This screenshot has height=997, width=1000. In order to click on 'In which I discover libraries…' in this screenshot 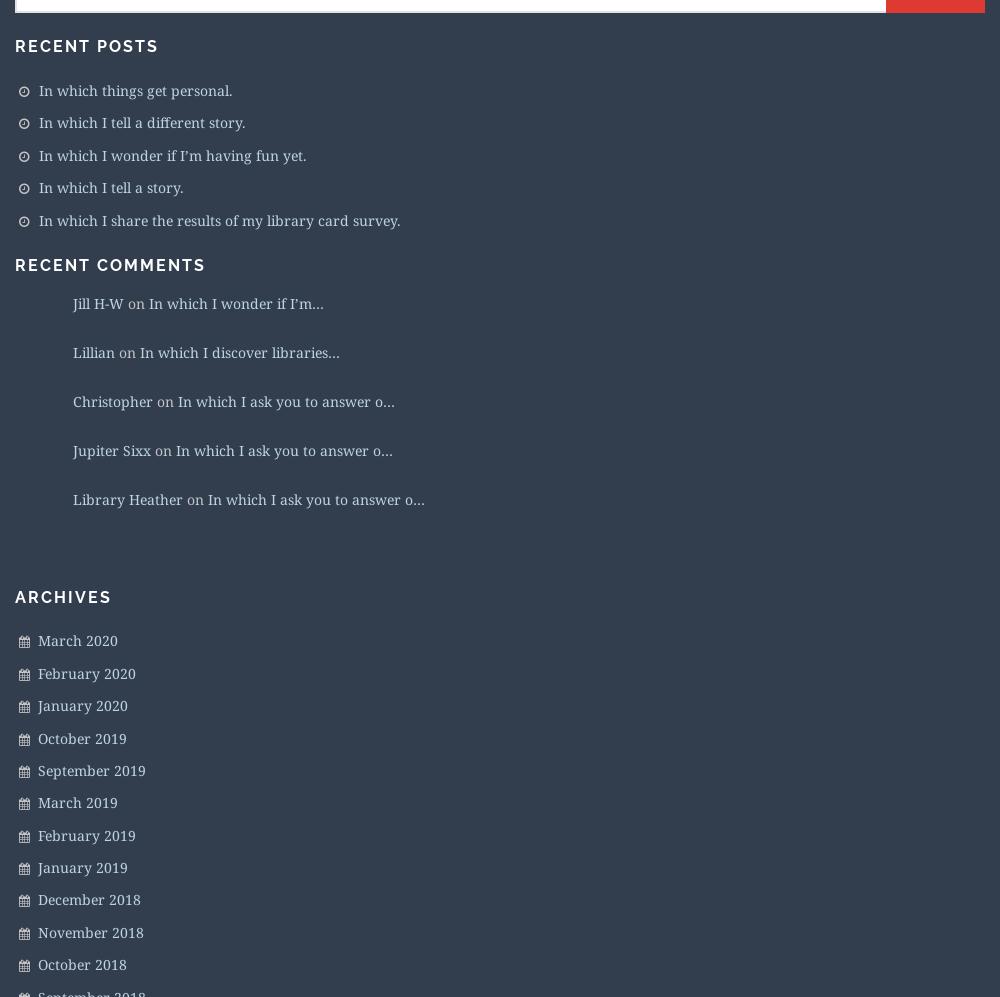, I will do `click(239, 350)`.